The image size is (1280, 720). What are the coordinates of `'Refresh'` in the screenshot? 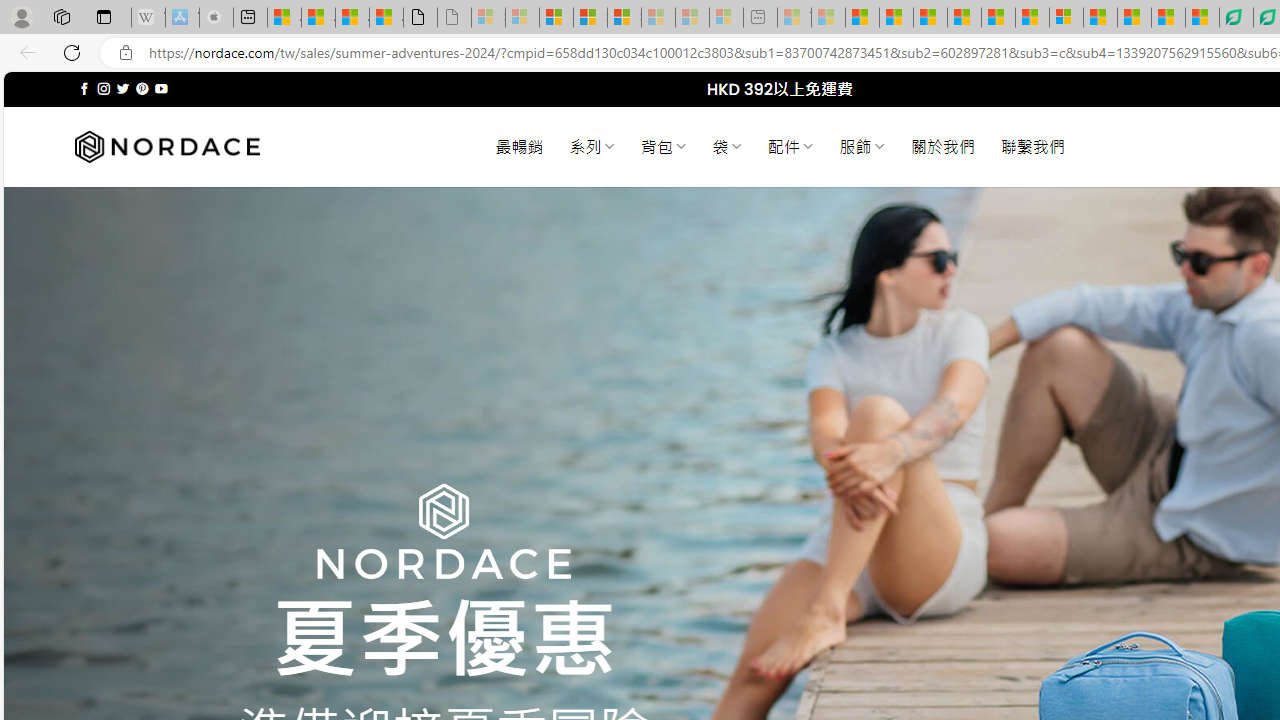 It's located at (72, 51).